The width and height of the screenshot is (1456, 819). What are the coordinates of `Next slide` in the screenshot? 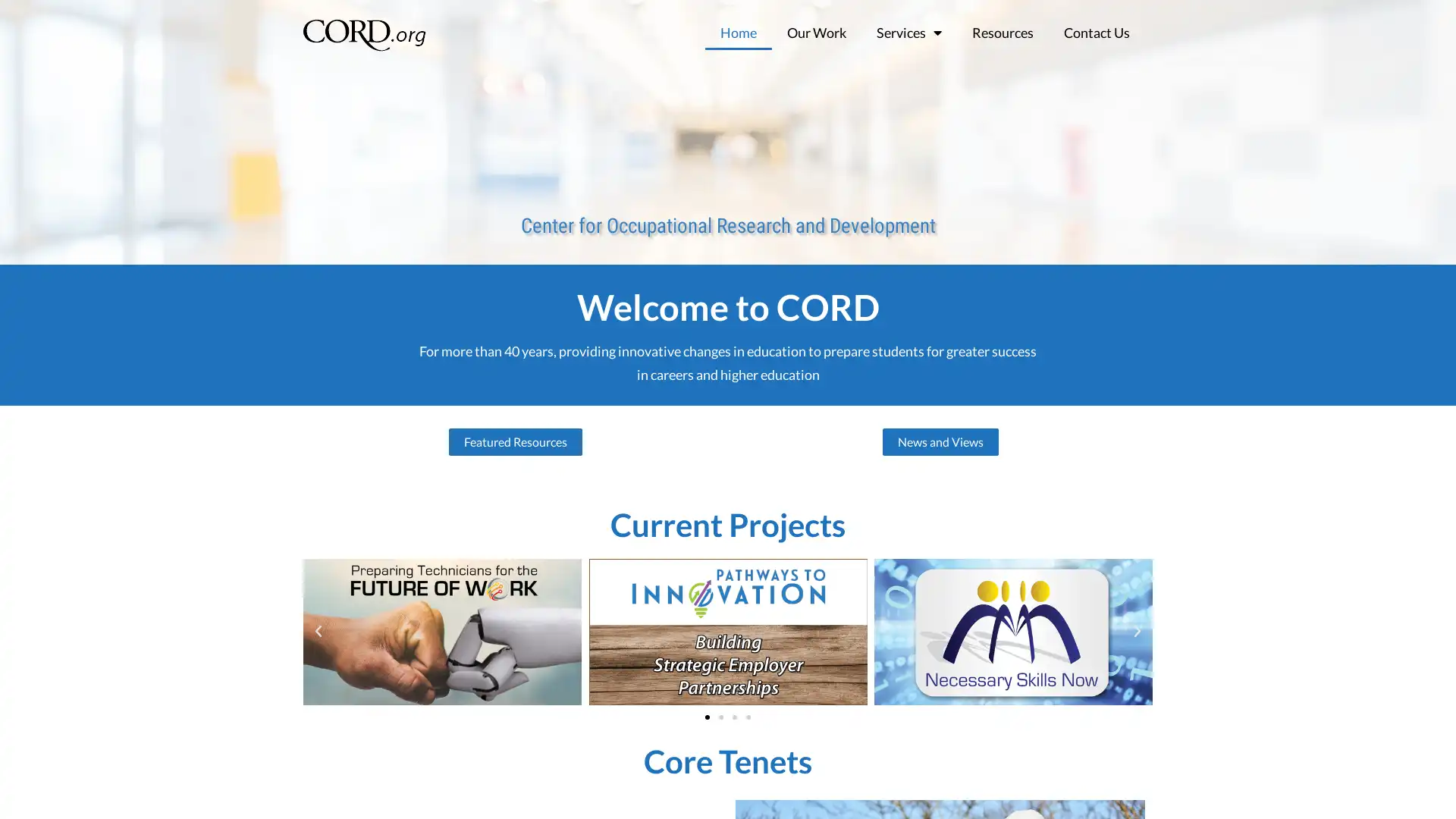 It's located at (1137, 631).